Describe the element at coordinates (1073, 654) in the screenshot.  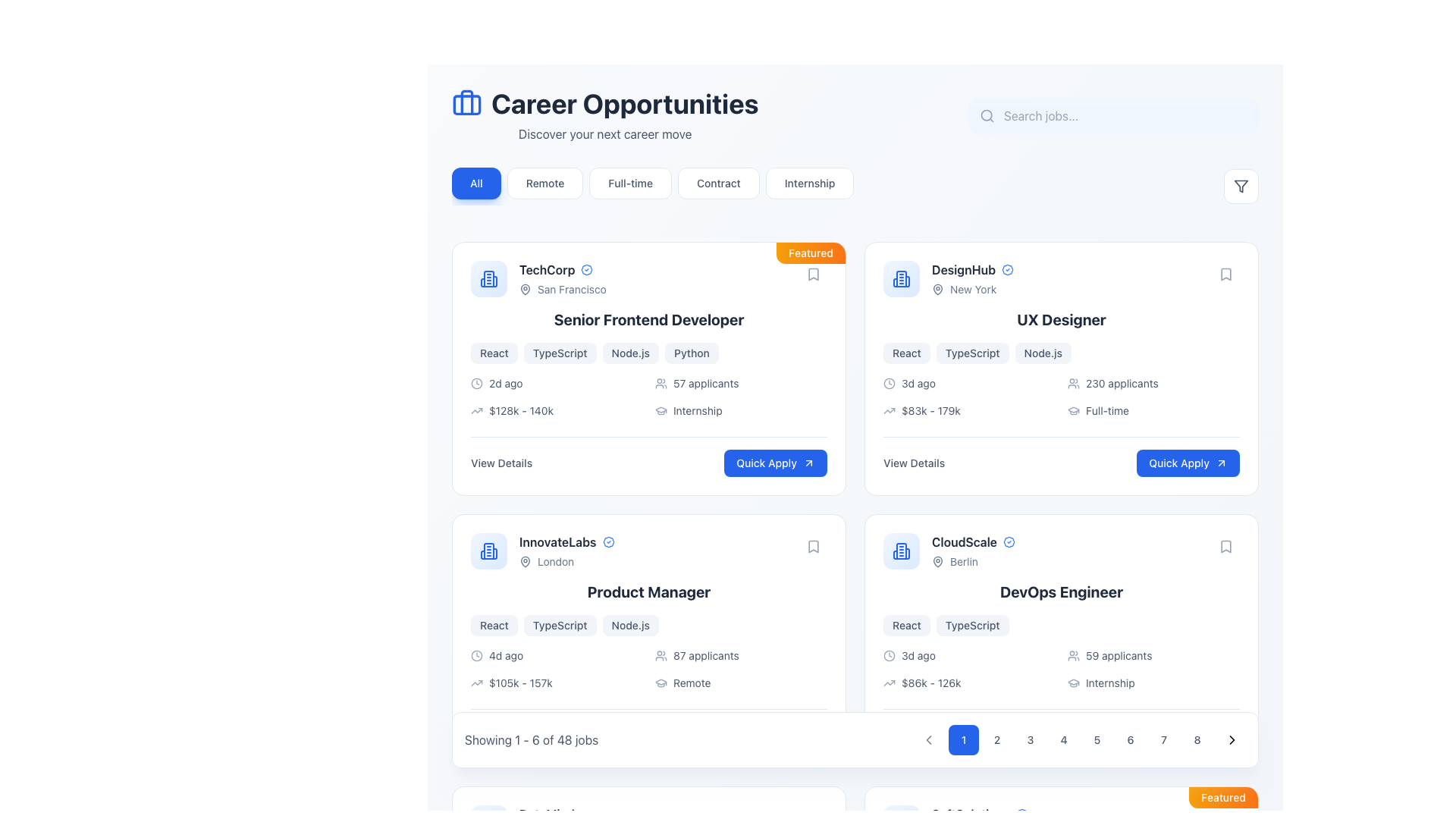
I see `the icon resembling a group of people, located next to the '59 applicants' text in the job listing card titled 'CloudScale' for the role 'DevOps Engineer.'` at that location.